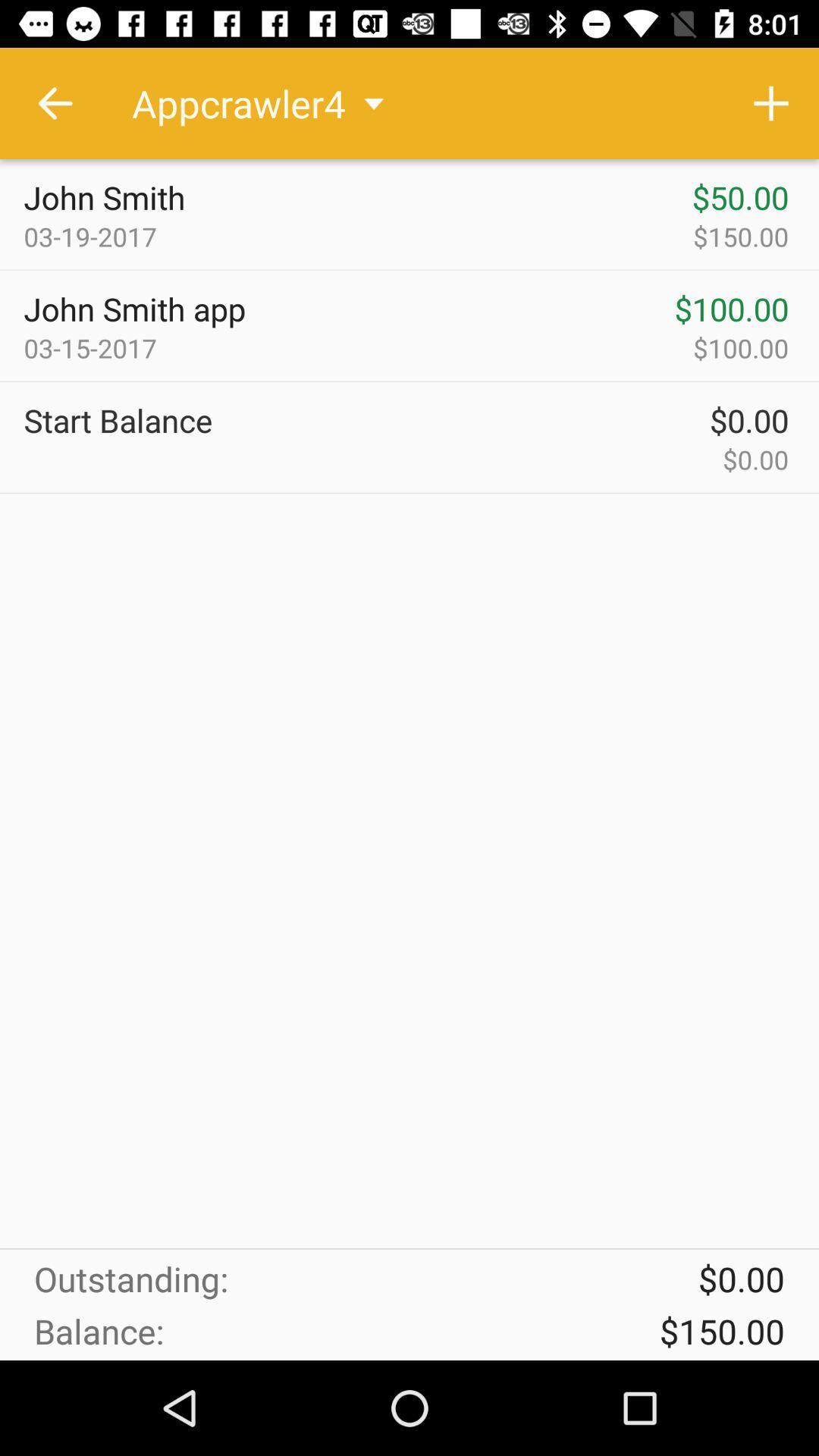  I want to click on app above $50.00 app, so click(771, 102).